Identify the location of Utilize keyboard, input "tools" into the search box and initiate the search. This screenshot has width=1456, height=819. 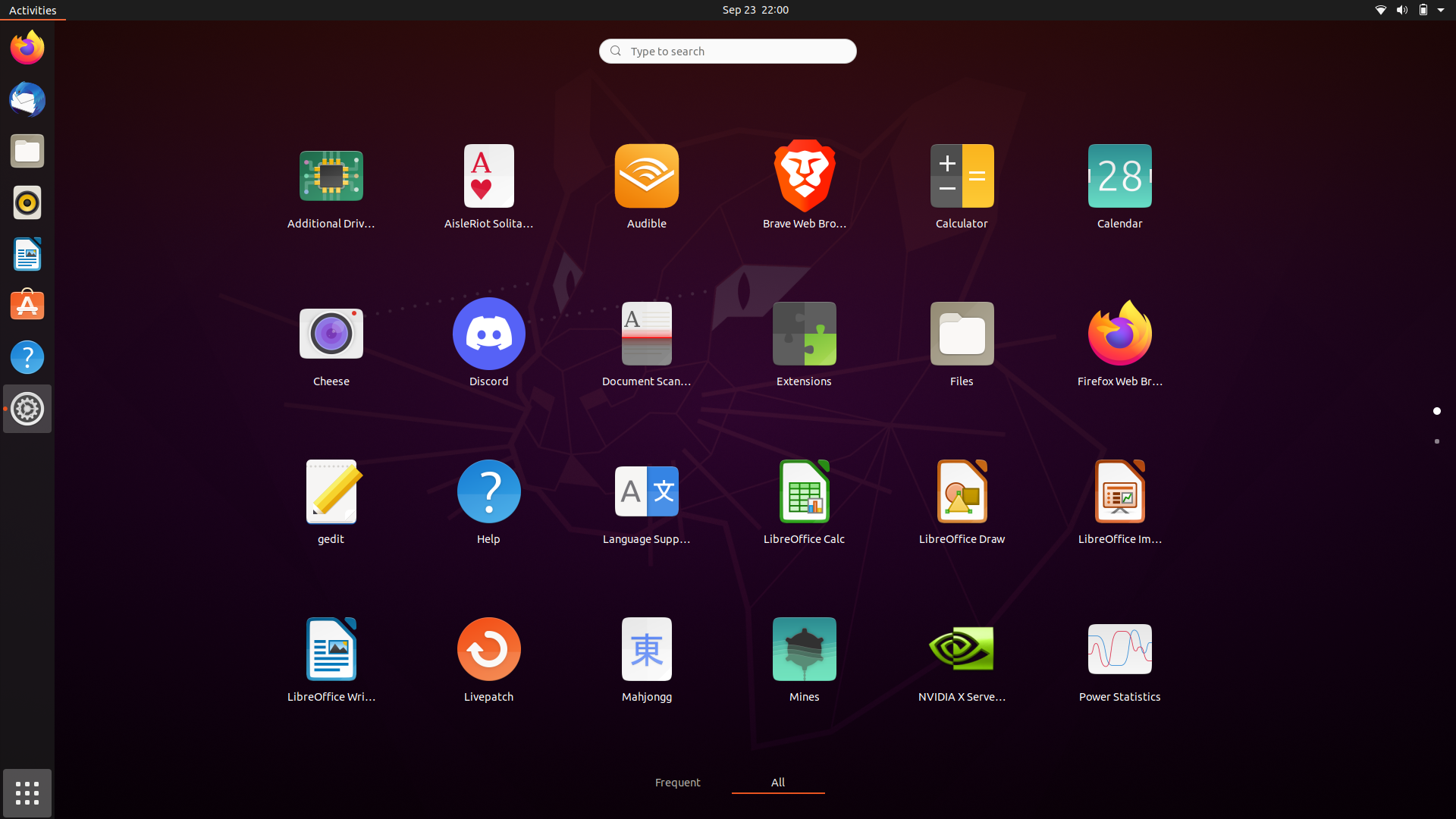
(726, 49).